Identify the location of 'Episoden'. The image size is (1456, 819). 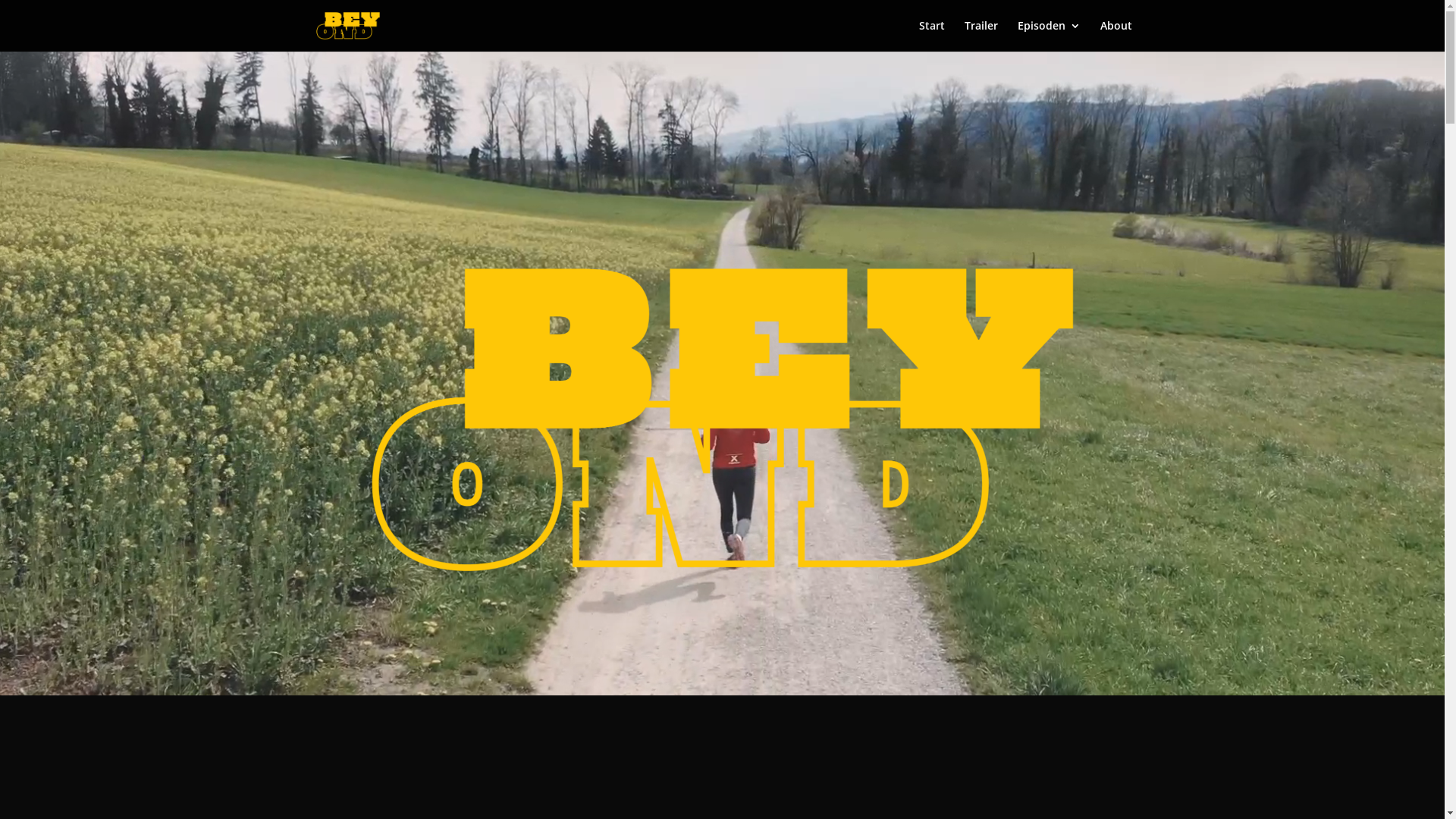
(1048, 35).